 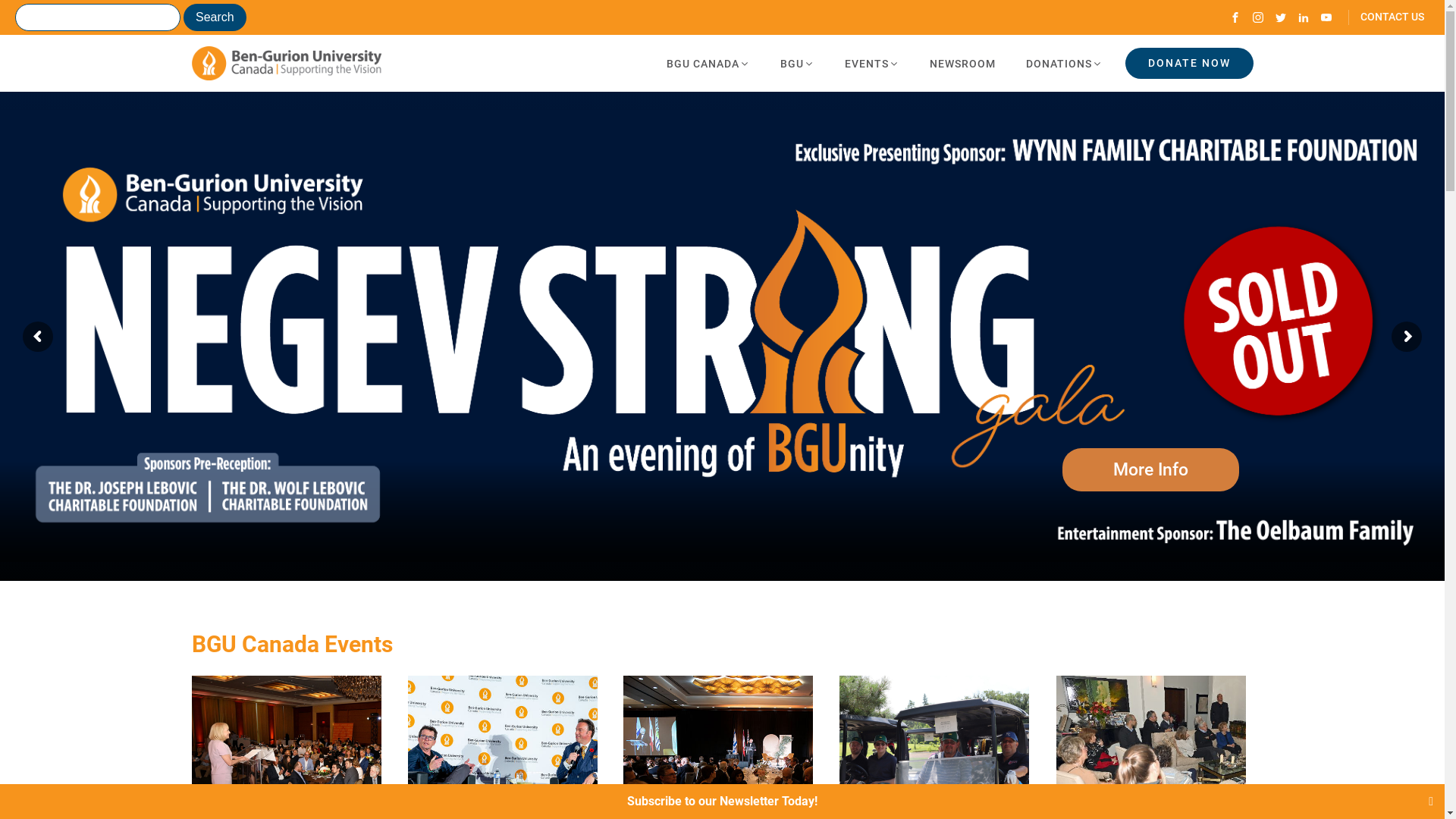 I want to click on 'EVENTS', so click(x=872, y=63).